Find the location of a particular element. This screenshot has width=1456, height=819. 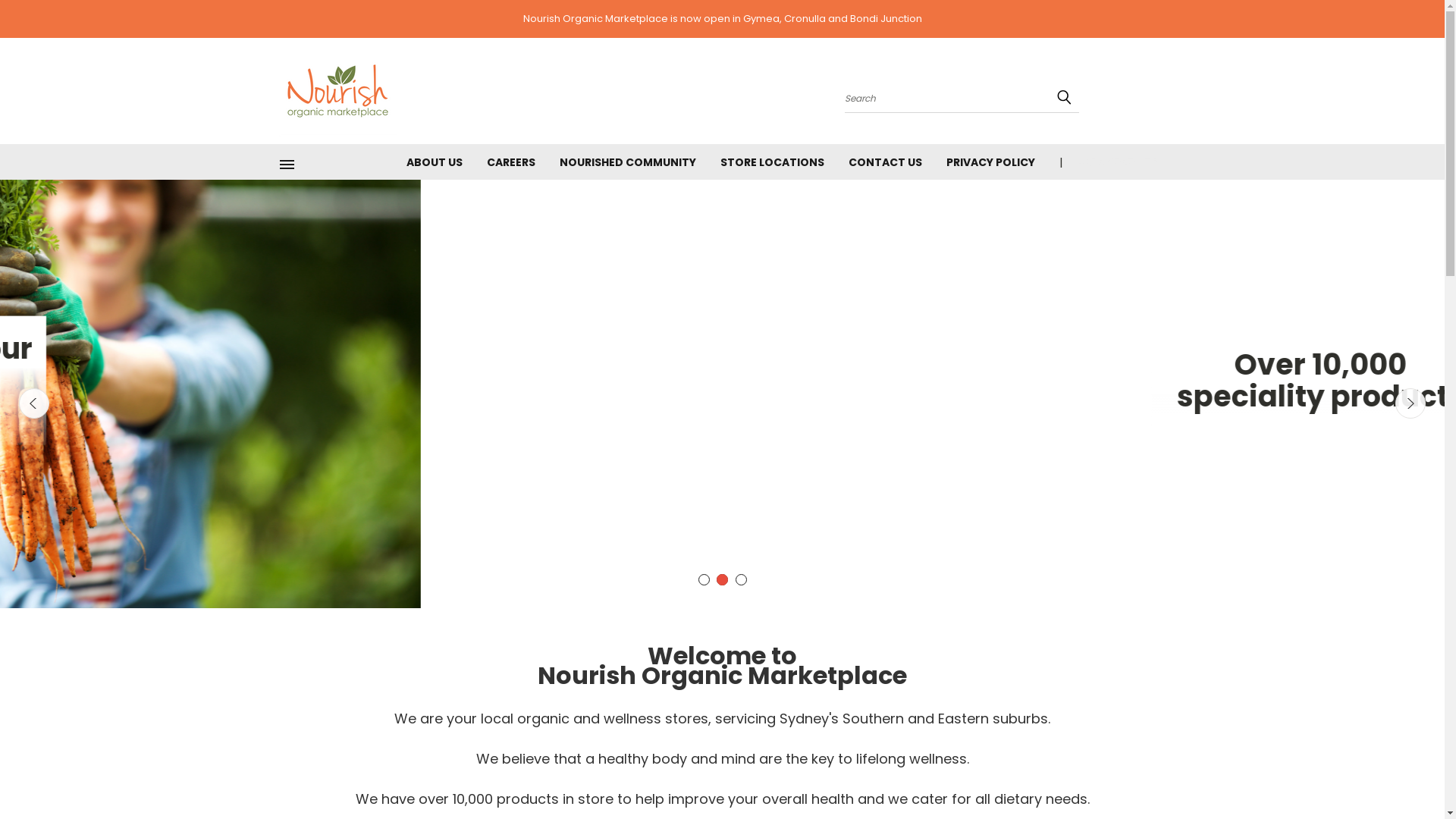

'Nourish Organic Marketplace' is located at coordinates (337, 90).